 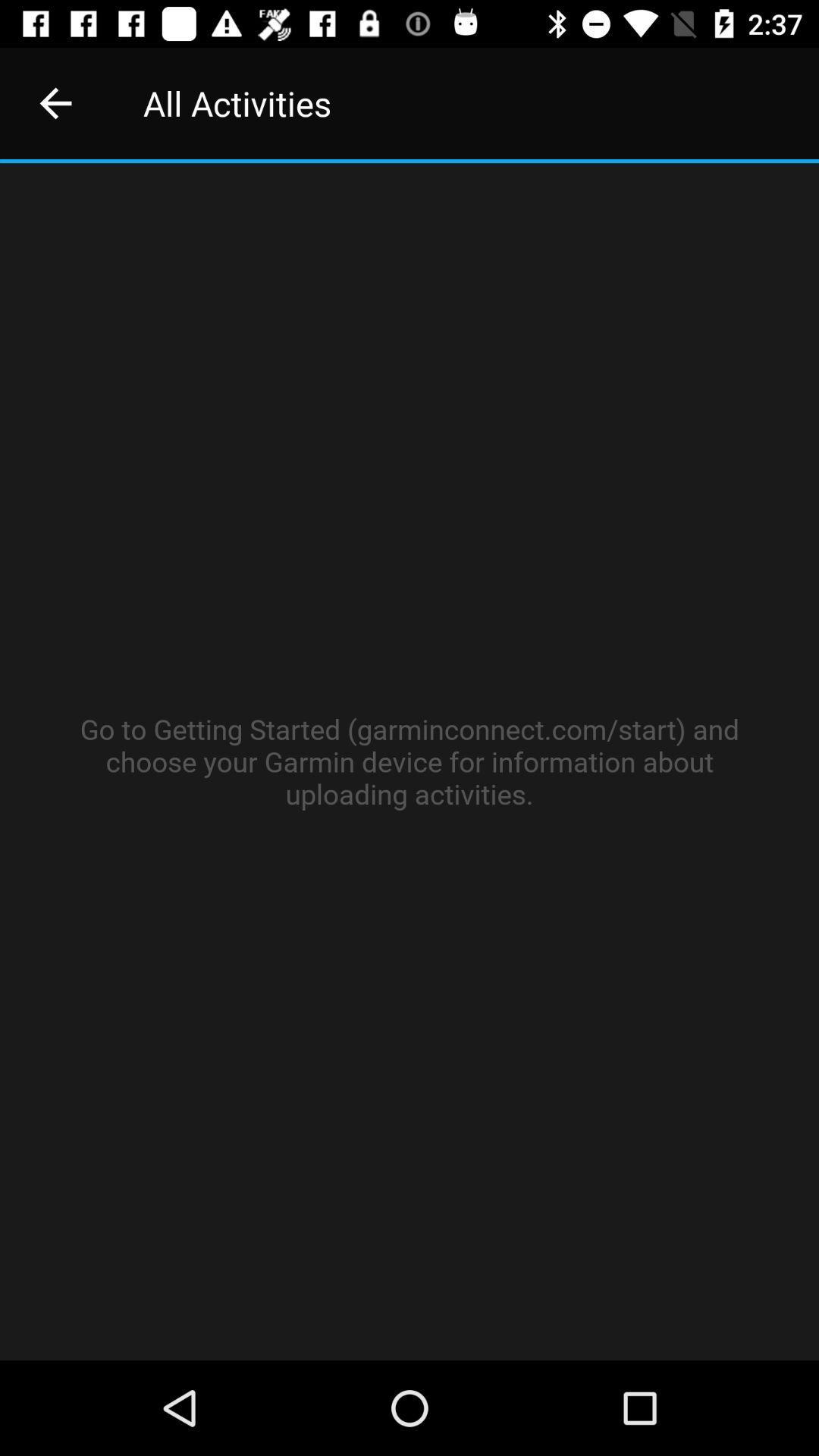 I want to click on item at the center, so click(x=409, y=761).